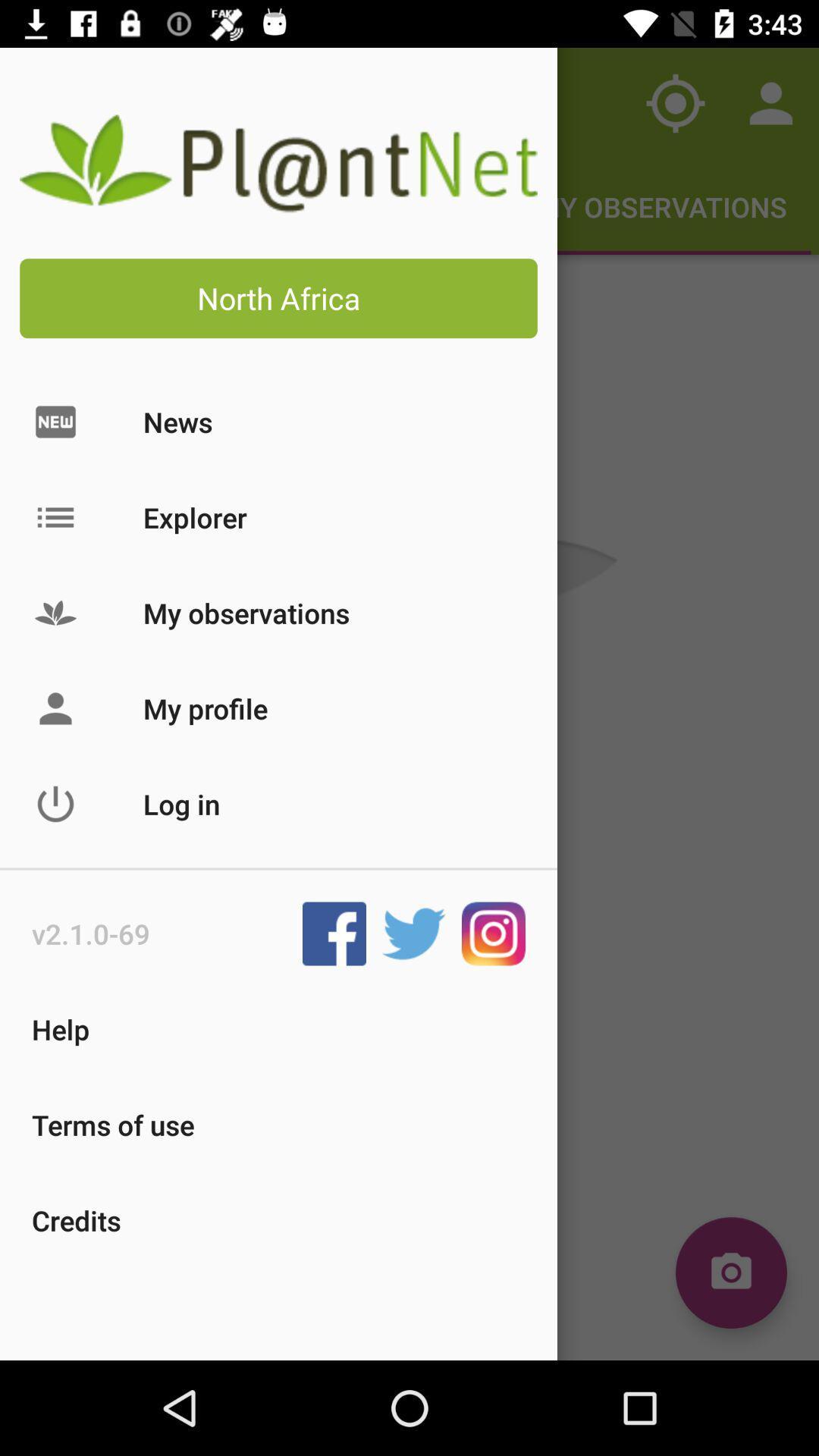 The height and width of the screenshot is (1456, 819). I want to click on the photo icon, so click(730, 1272).